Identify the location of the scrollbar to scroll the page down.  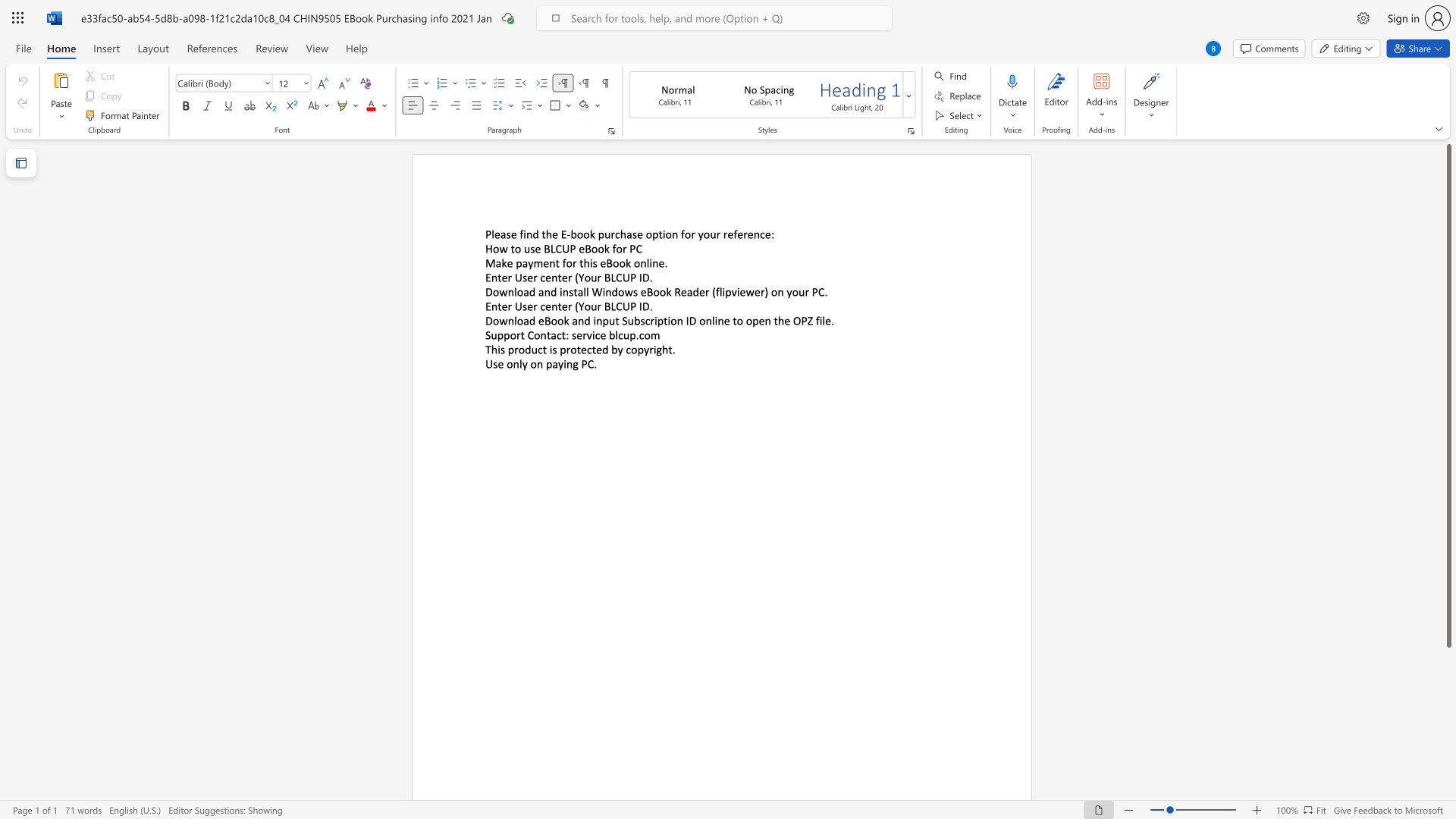
(1448, 734).